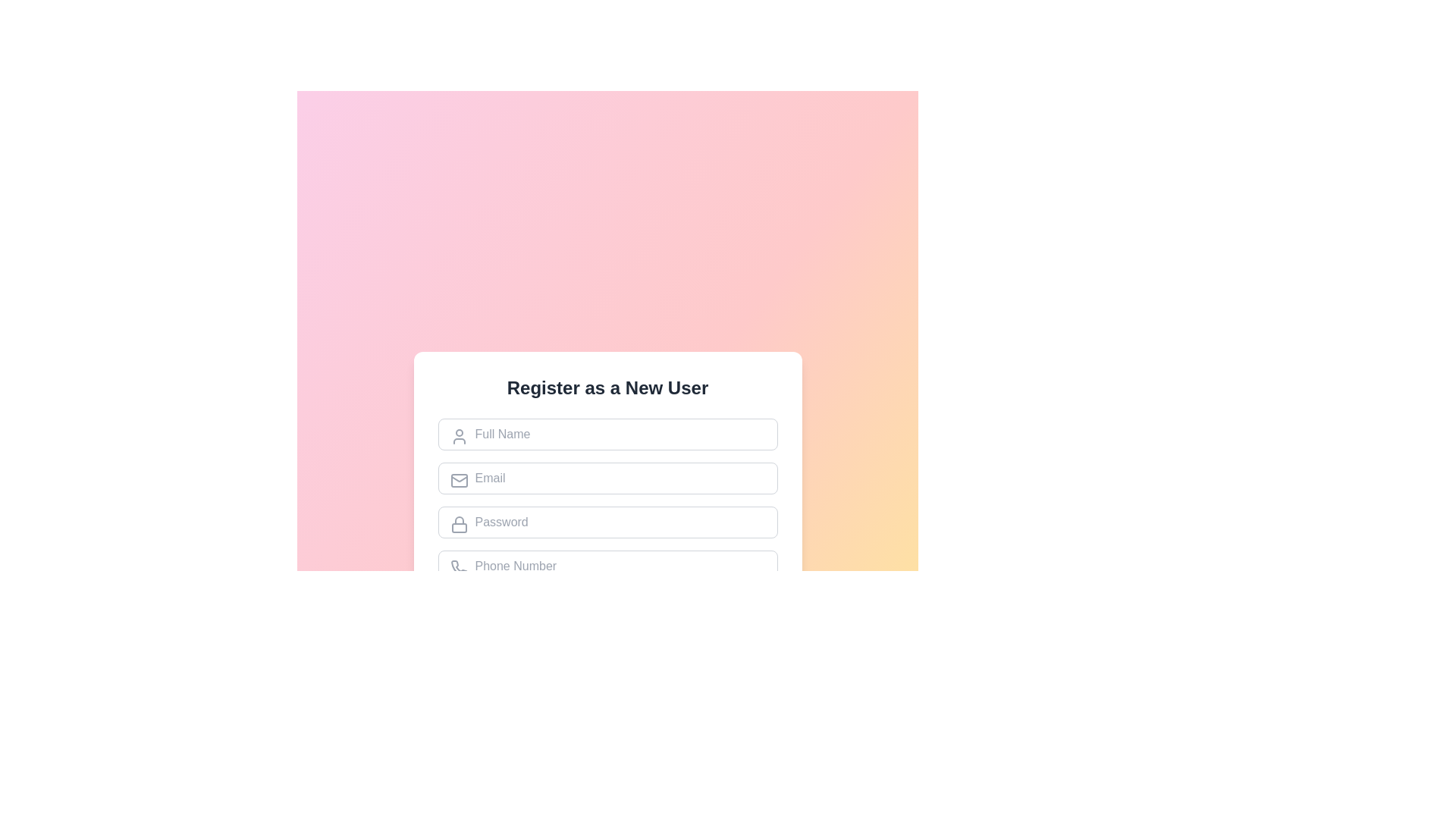  I want to click on the mail envelope icon, which is styled with a smooth border and line art, located to the left of the 'Email' placeholder text in the email input form field, so click(458, 480).